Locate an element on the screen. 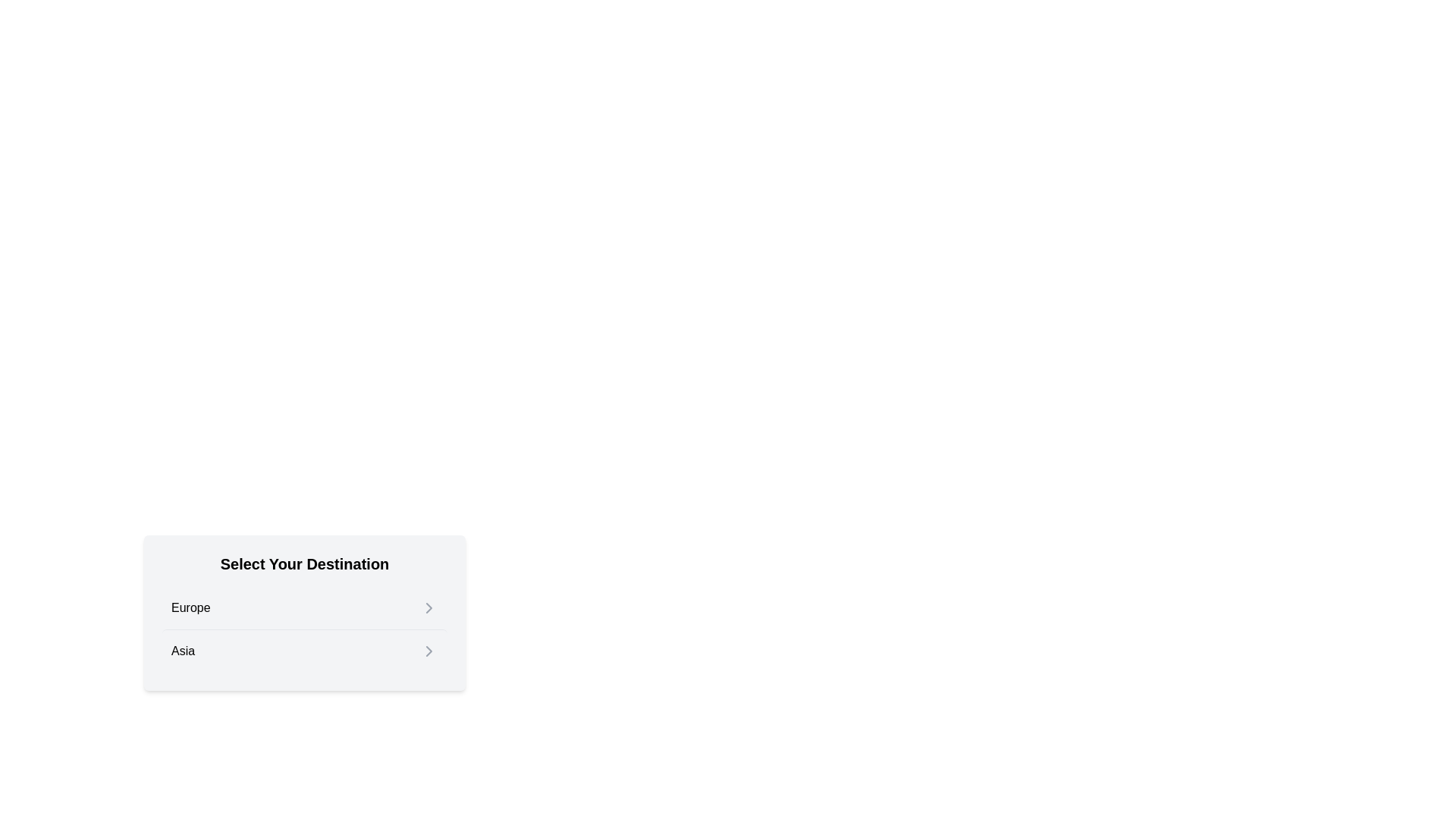 Image resolution: width=1456 pixels, height=819 pixels. the text label 'Europe' is located at coordinates (190, 607).